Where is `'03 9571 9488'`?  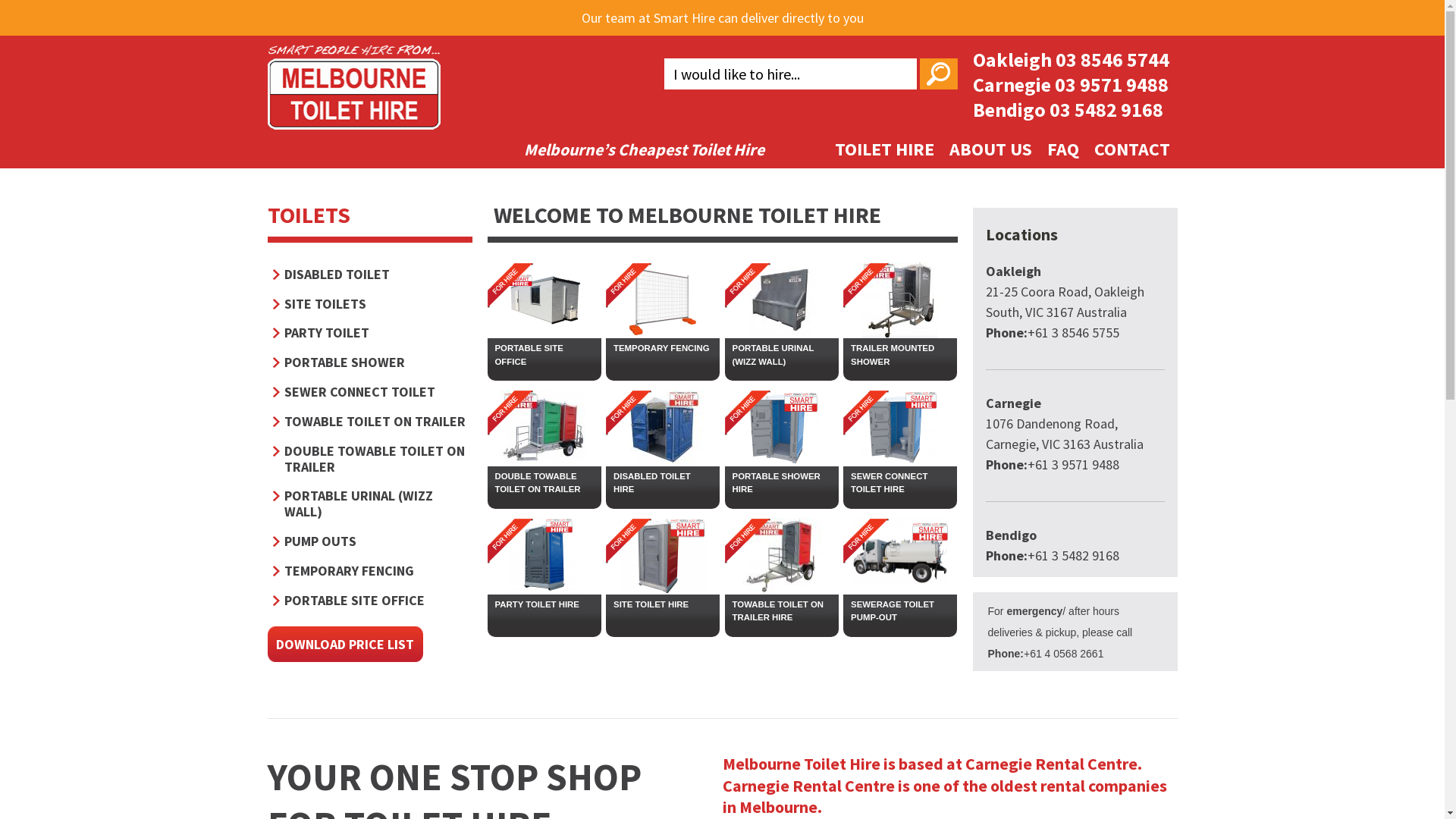 '03 9571 9488' is located at coordinates (1110, 84).